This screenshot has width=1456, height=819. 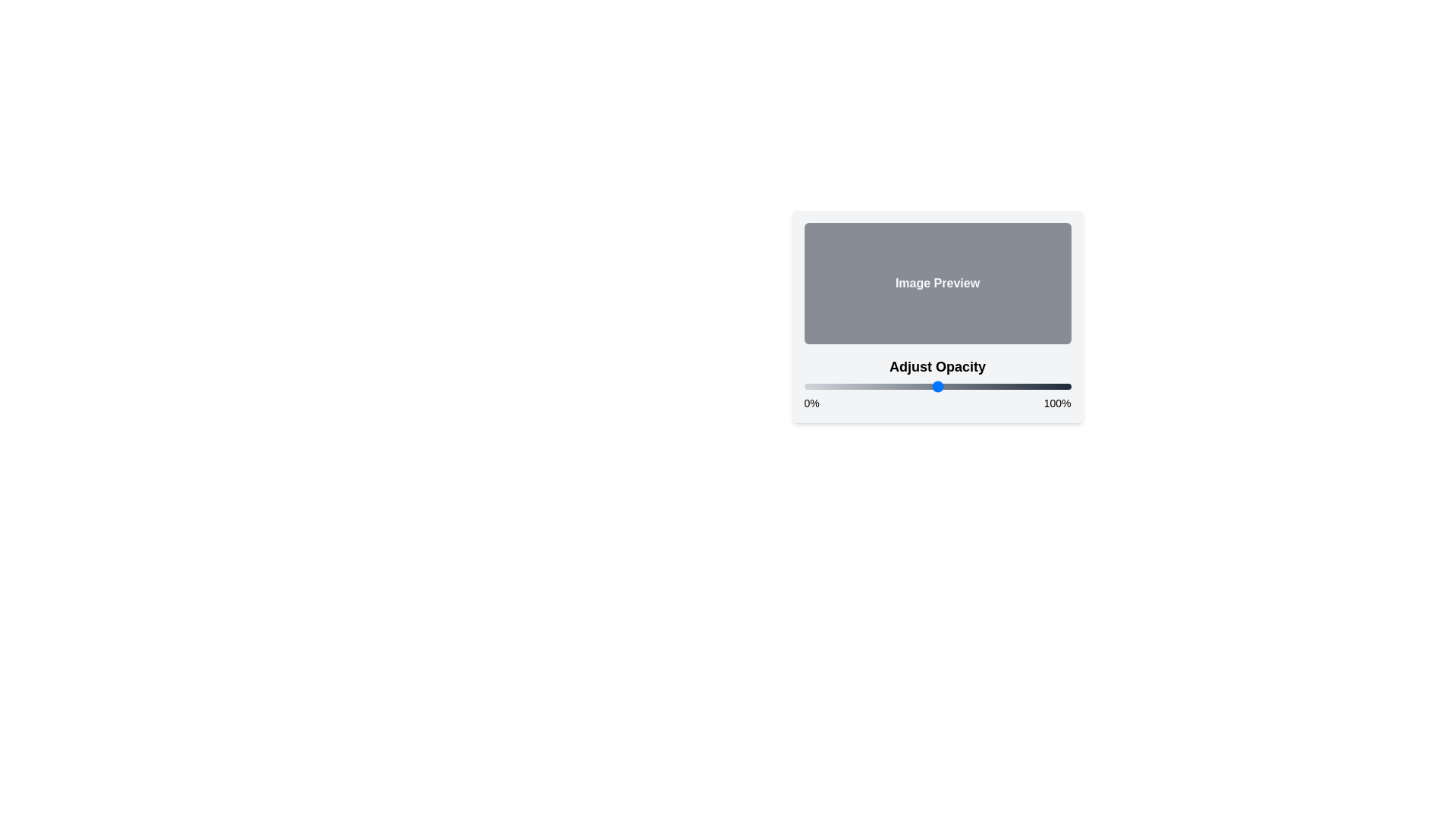 I want to click on the opacity, so click(x=947, y=385).